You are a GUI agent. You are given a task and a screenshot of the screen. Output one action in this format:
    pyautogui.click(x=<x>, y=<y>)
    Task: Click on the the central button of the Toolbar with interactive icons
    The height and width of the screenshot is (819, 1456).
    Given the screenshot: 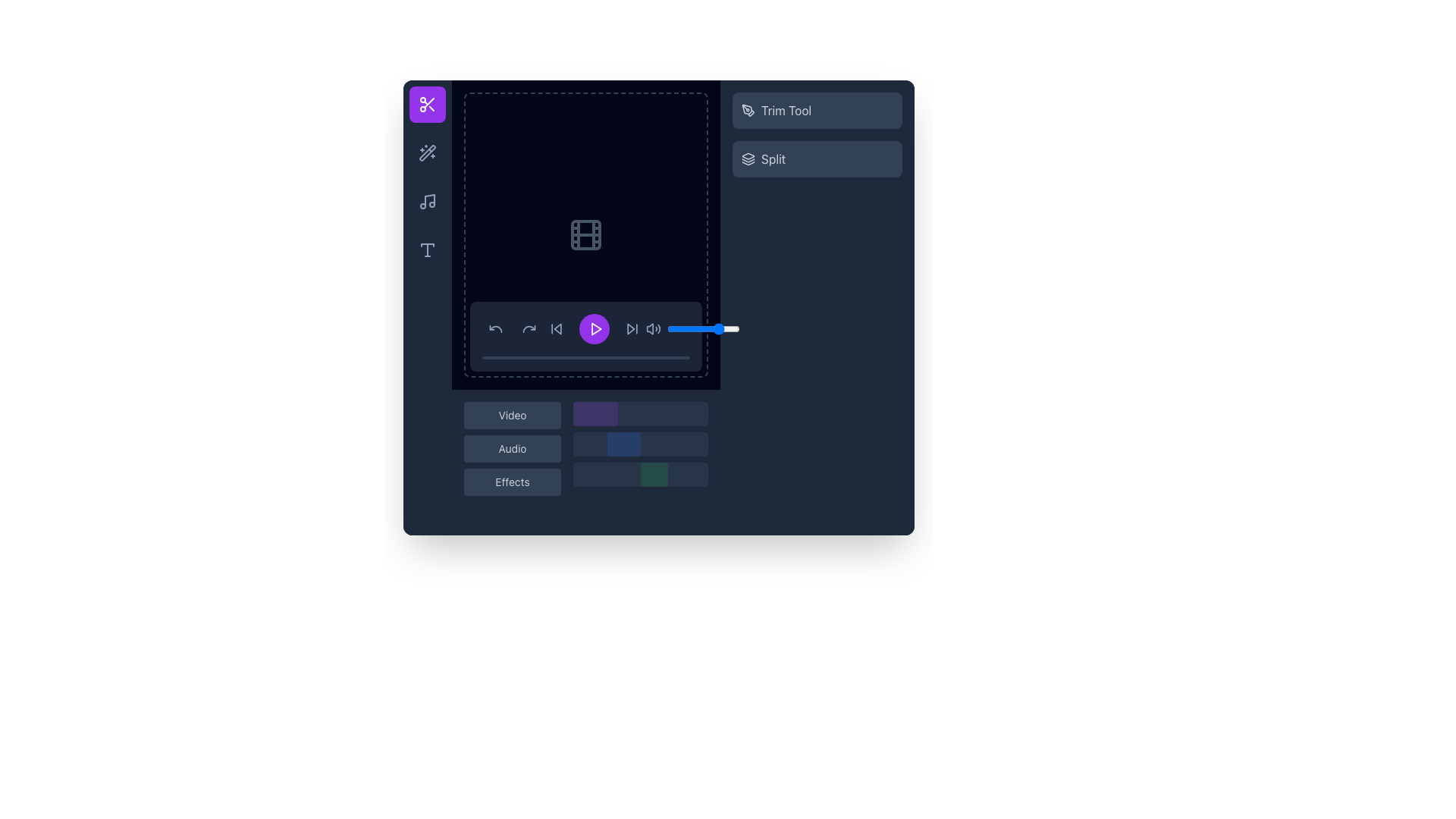 What is the action you would take?
    pyautogui.click(x=513, y=328)
    